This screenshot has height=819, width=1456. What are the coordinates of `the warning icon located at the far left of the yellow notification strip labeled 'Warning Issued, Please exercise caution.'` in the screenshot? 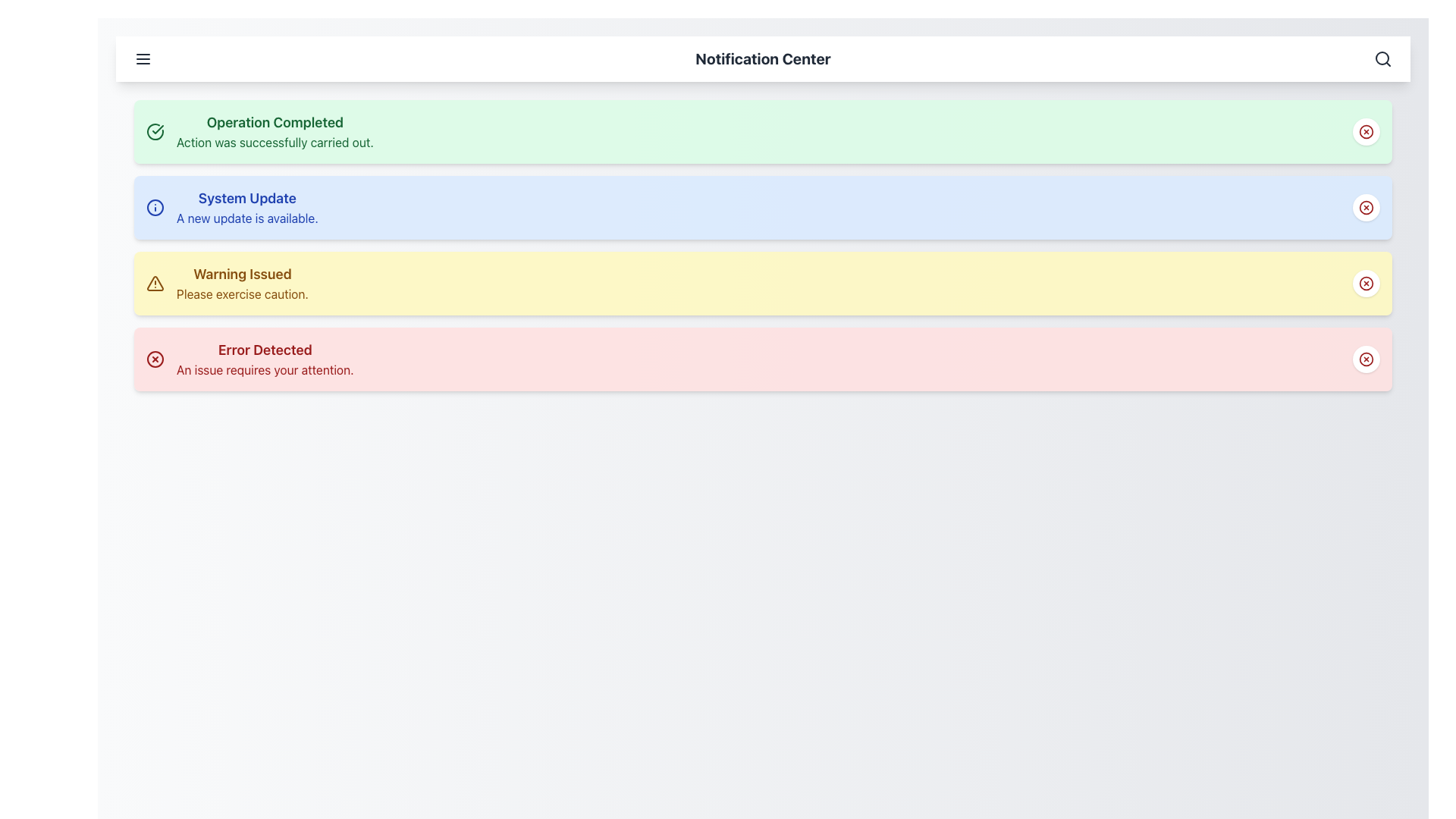 It's located at (155, 284).